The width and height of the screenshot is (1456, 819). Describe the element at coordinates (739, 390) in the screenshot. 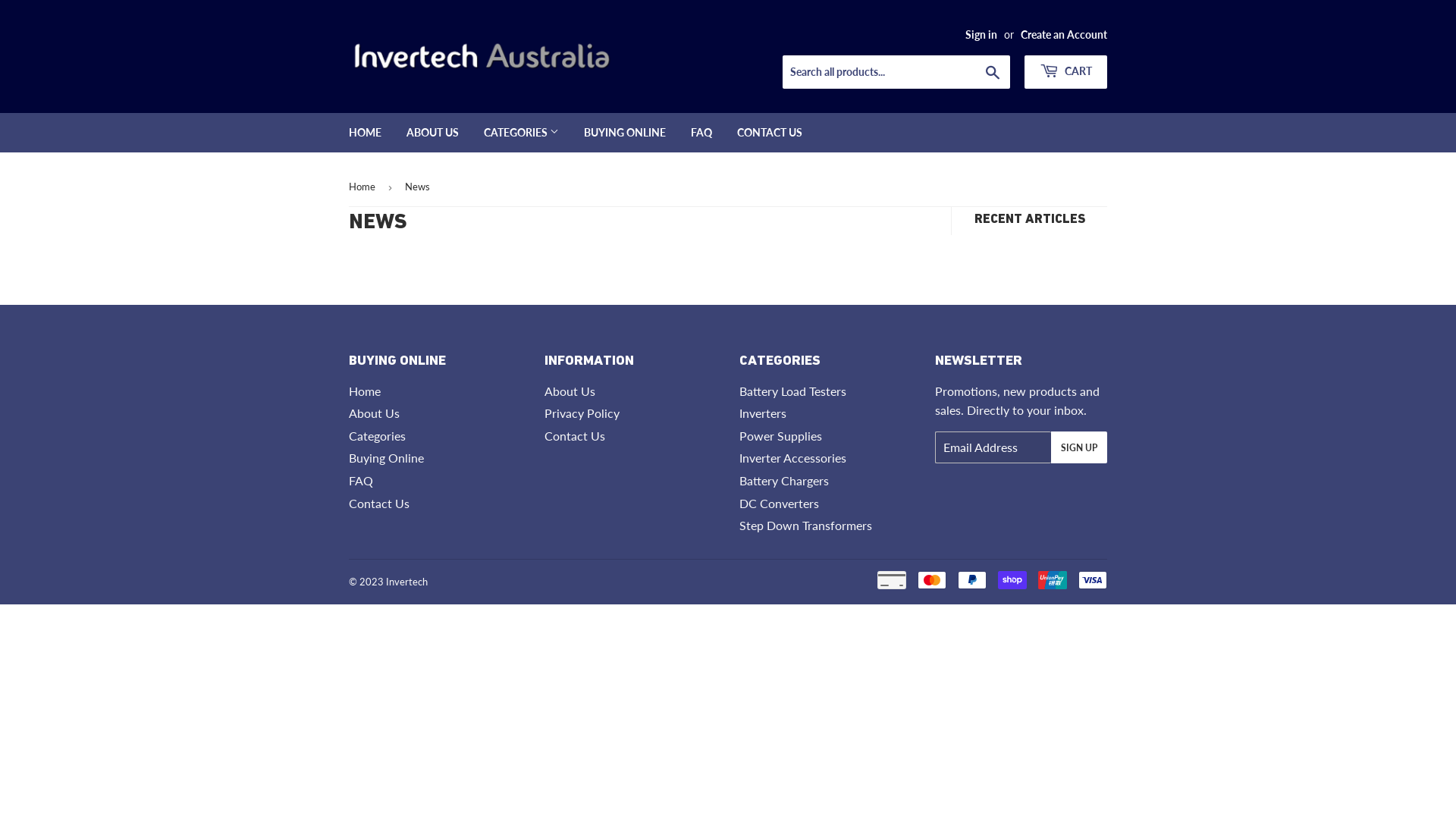

I see `'Battery Load Testers'` at that location.